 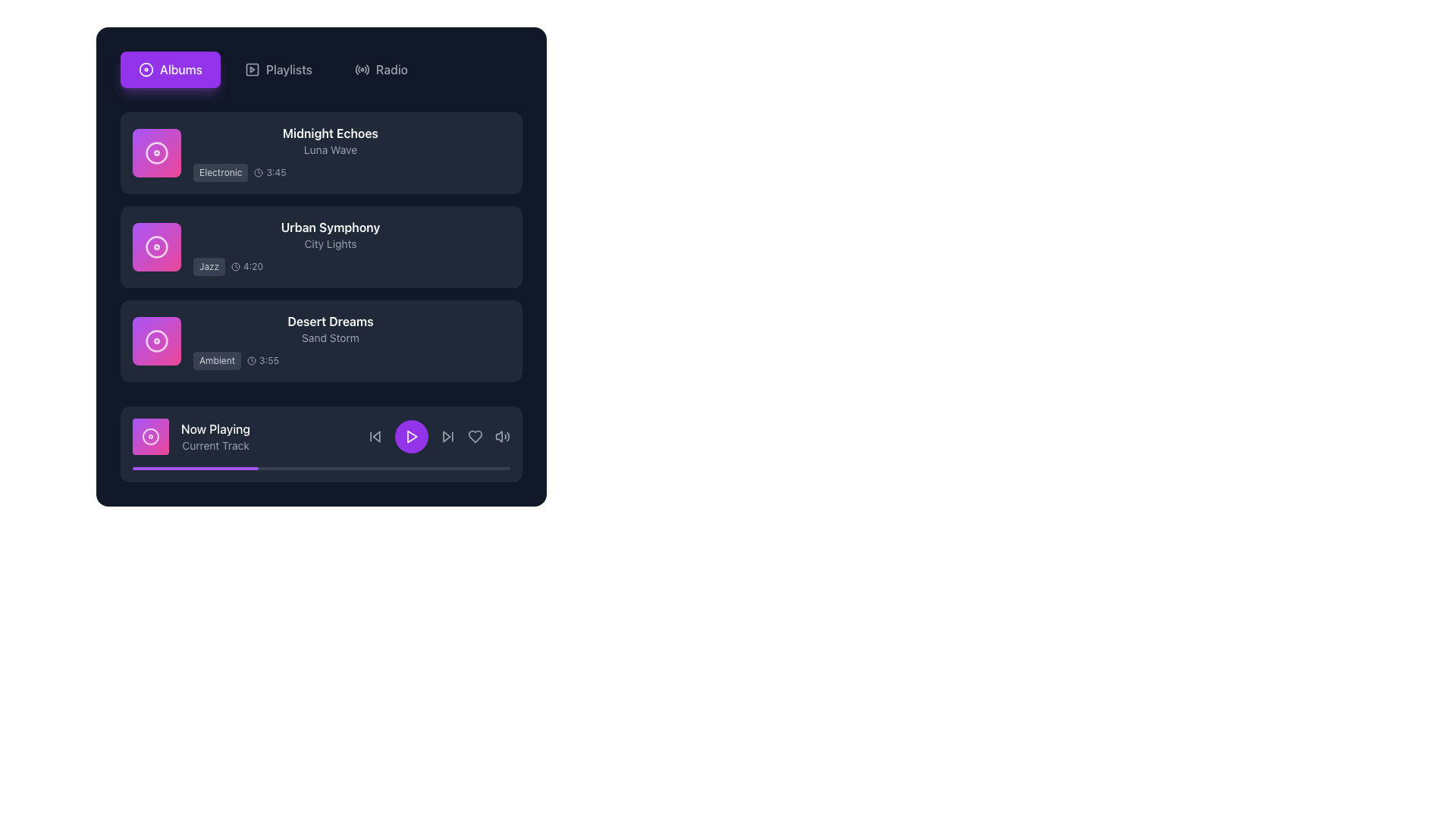 I want to click on the clock icon representing the duration of the track 'Midnight Echoes', located to the left of the text '3:45' in the metadata section, so click(x=259, y=171).